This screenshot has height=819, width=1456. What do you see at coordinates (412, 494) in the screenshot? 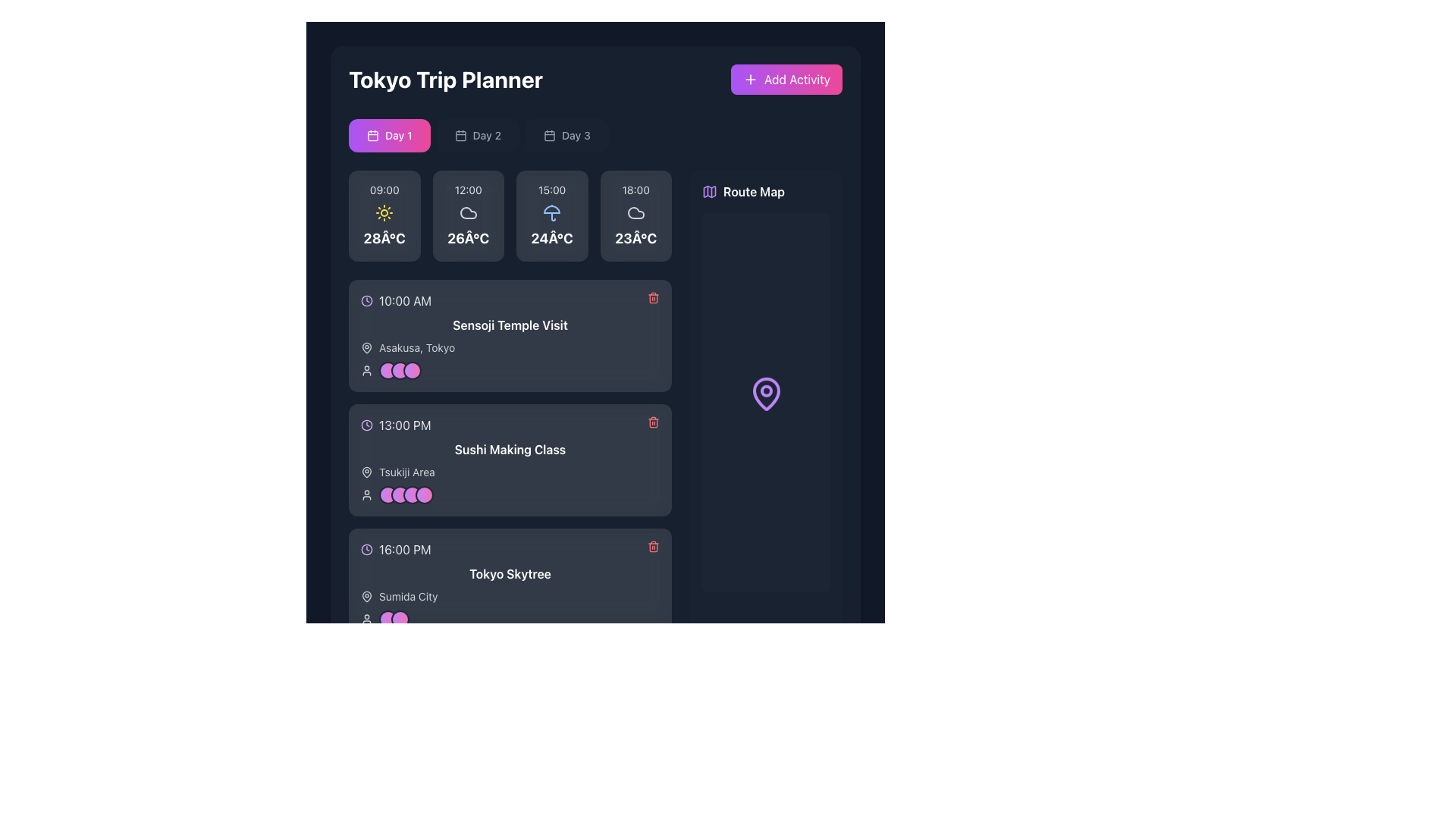
I see `the third circular icon with a gradient background transitioning from purple to pink, outlined by a gray border, in the 'Sushi Making Class' section of the itinerary` at bounding box center [412, 494].